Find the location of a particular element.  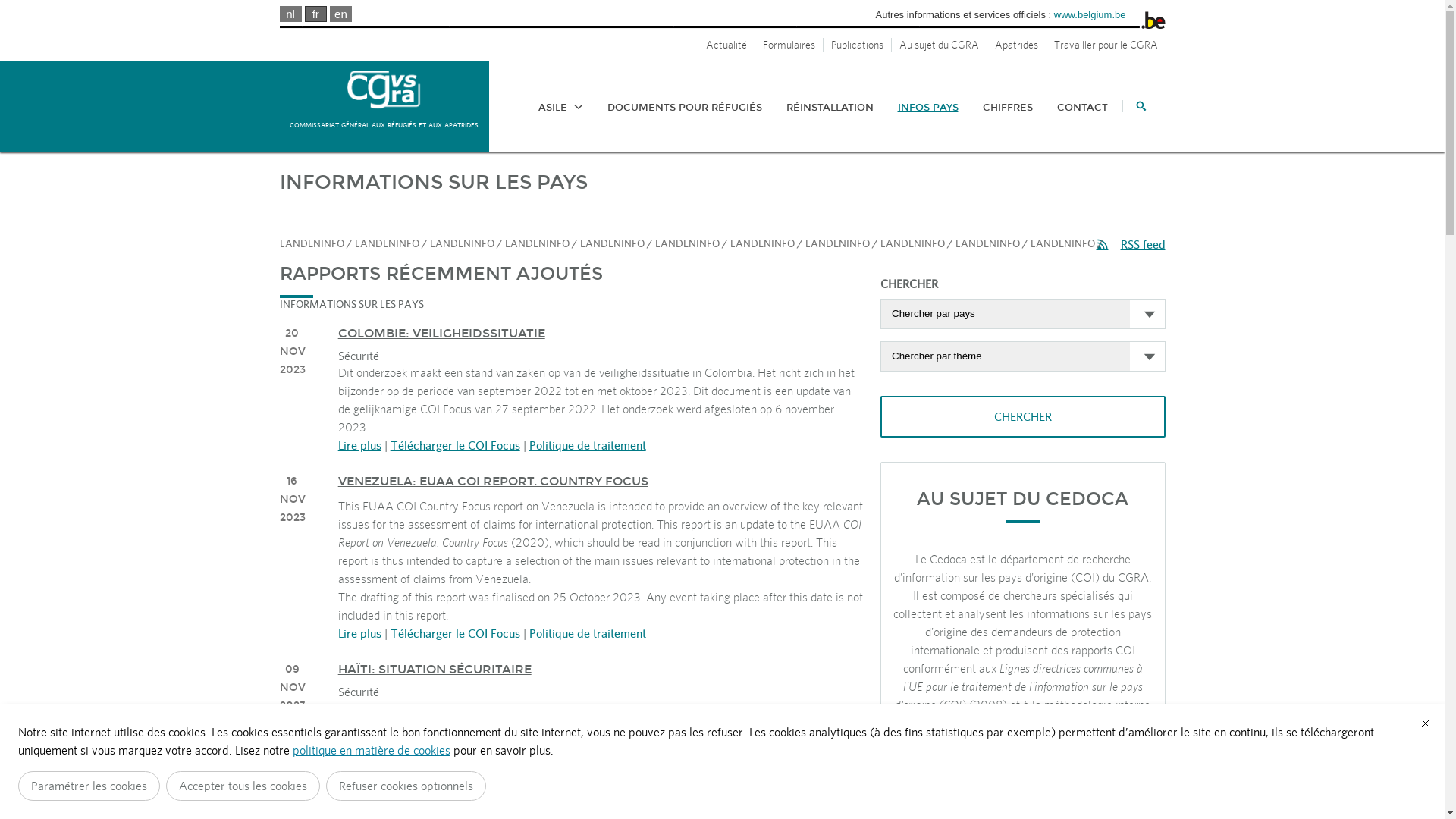

'Travailler pour le CGRA' is located at coordinates (1106, 43).